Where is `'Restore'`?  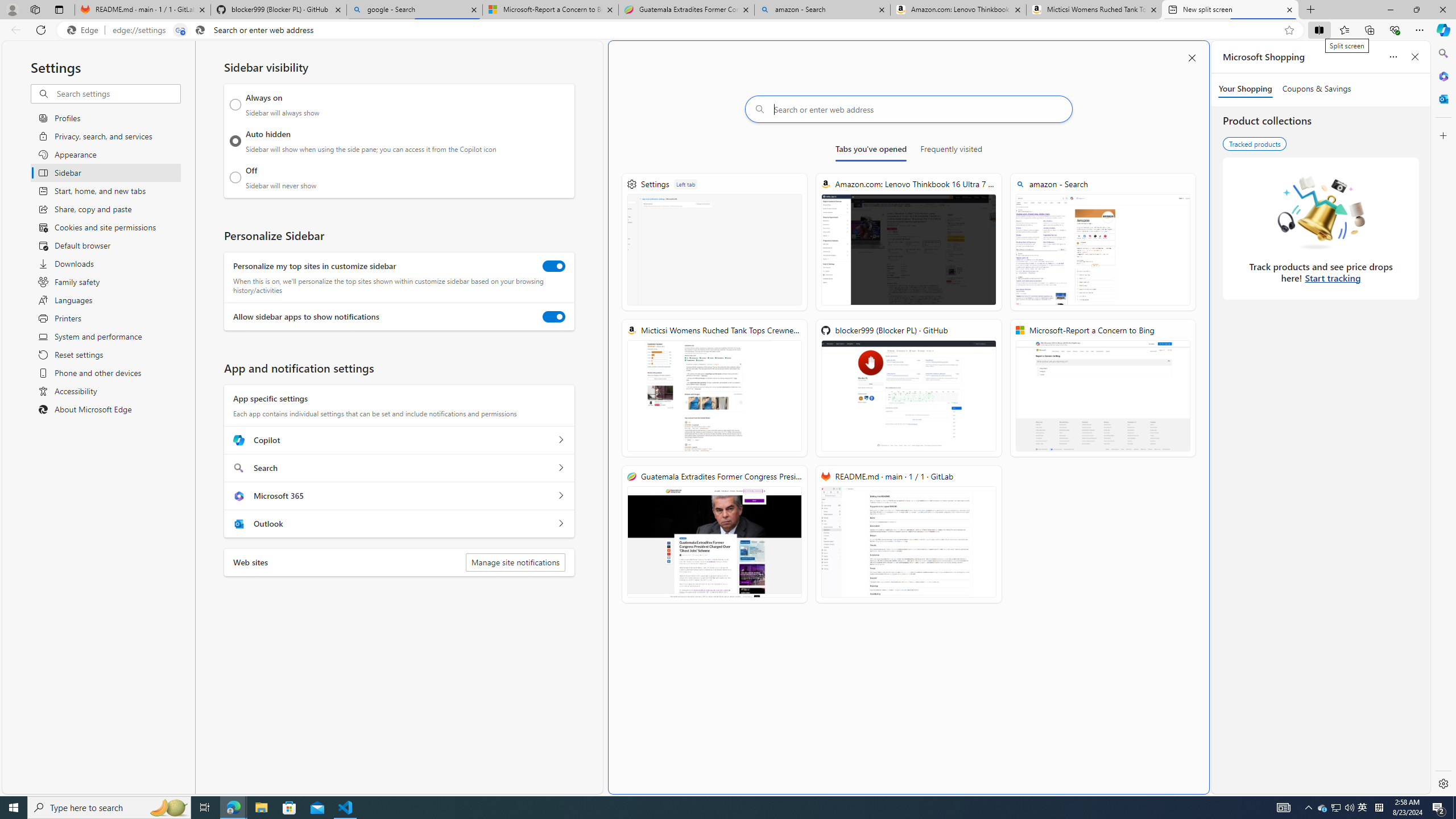 'Restore' is located at coordinates (1416, 9).